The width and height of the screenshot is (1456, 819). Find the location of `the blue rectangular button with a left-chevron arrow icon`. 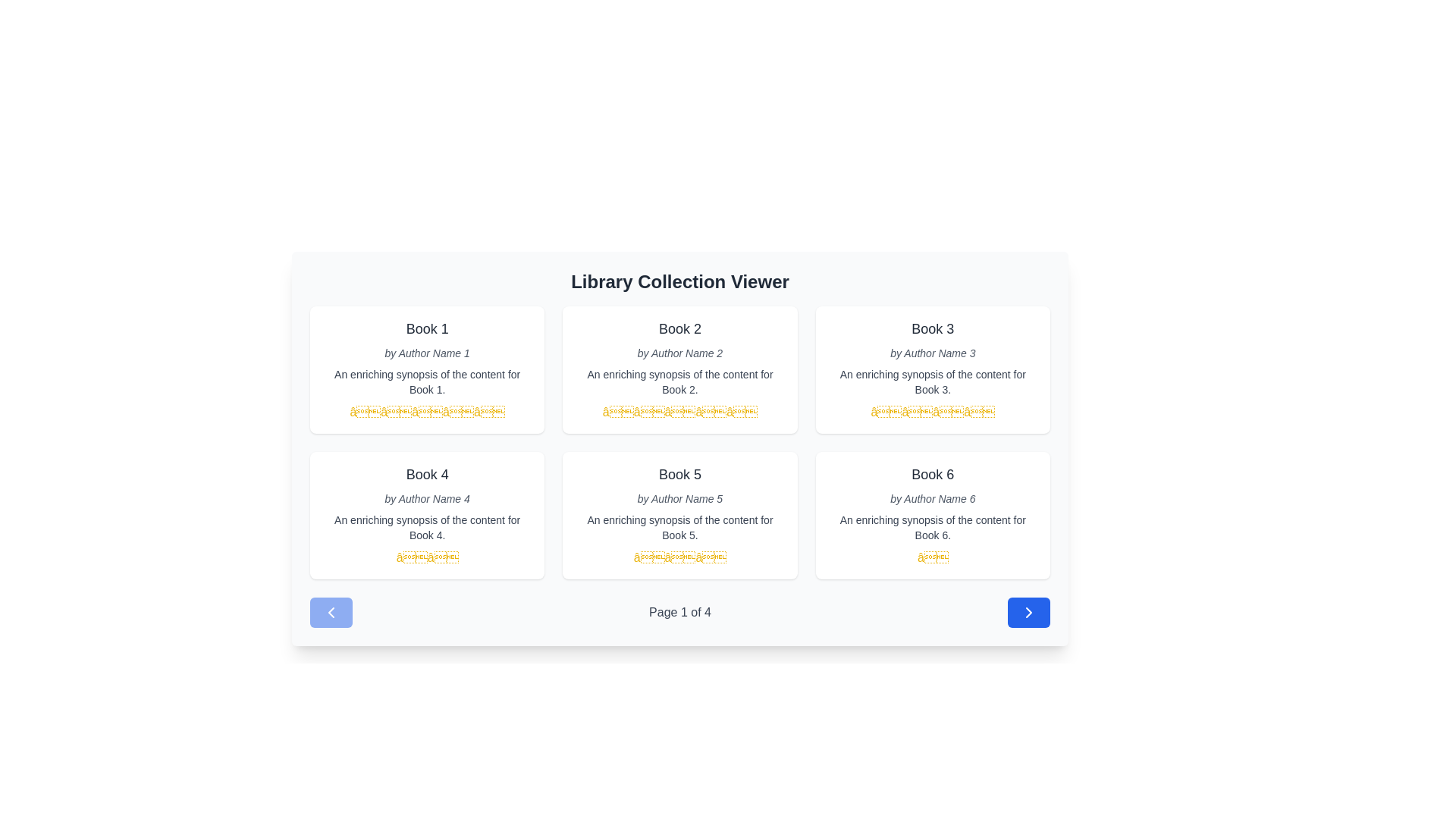

the blue rectangular button with a left-chevron arrow icon is located at coordinates (330, 611).